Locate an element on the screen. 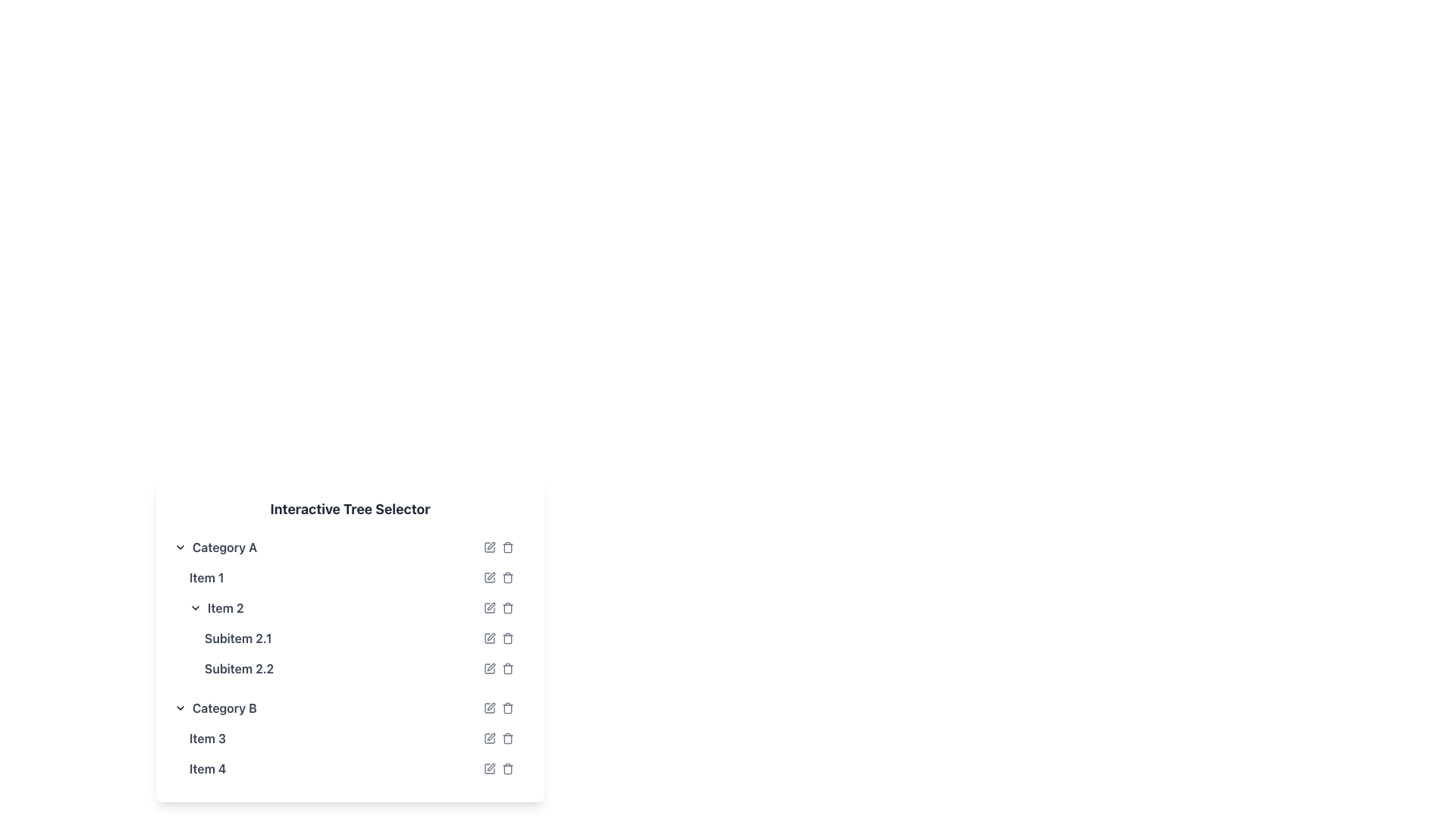 This screenshot has height=819, width=1456. the delete icon associated with 'Category B' in the vertical interactive tree structure to initiate a delete action is located at coordinates (508, 708).